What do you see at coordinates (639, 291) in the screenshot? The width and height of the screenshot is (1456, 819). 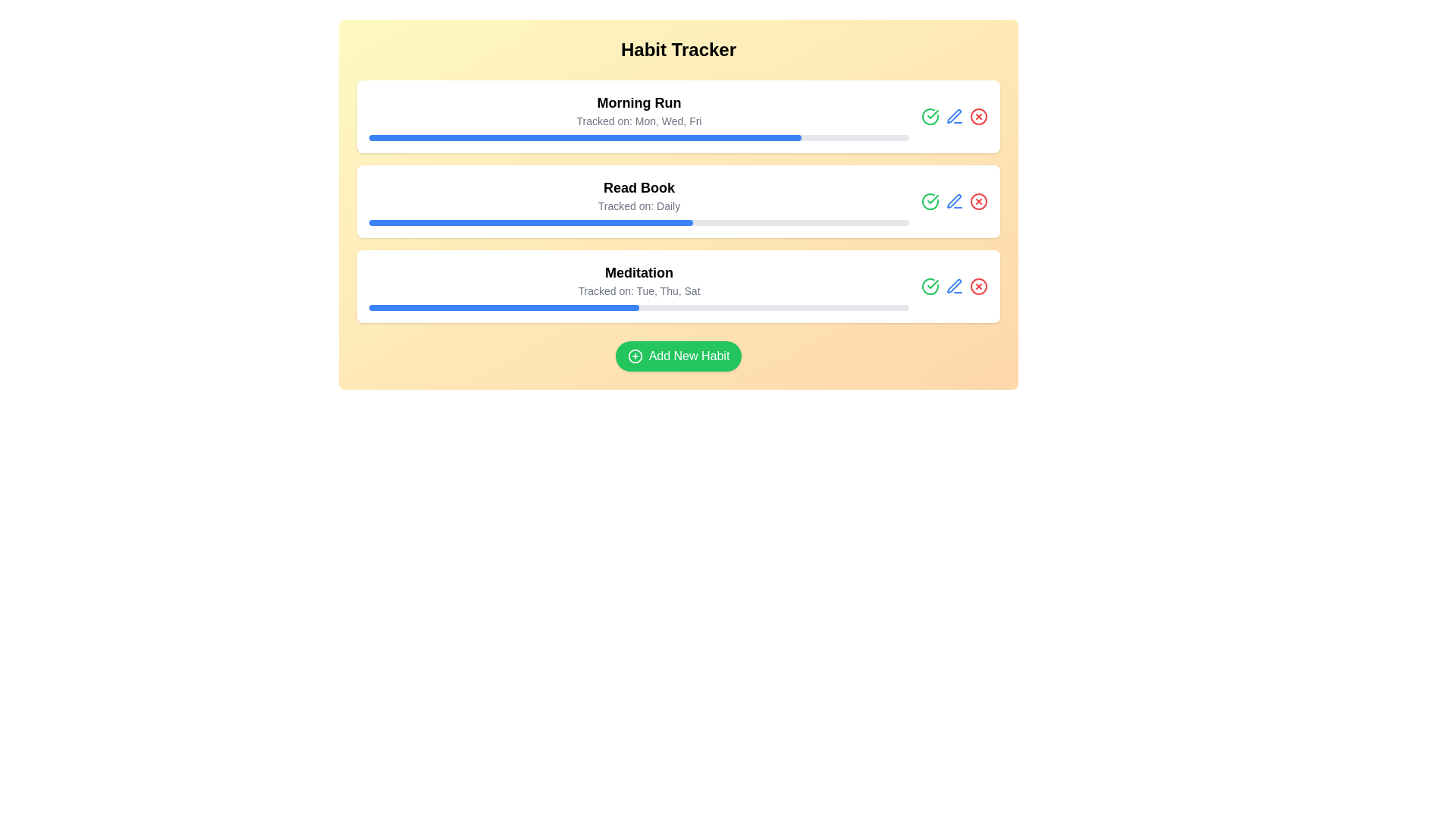 I see `the static text label indicating the specific days associated with tracking the 'Meditation' habit, which is positioned below the title 'Meditation' and above the progress bar` at bounding box center [639, 291].